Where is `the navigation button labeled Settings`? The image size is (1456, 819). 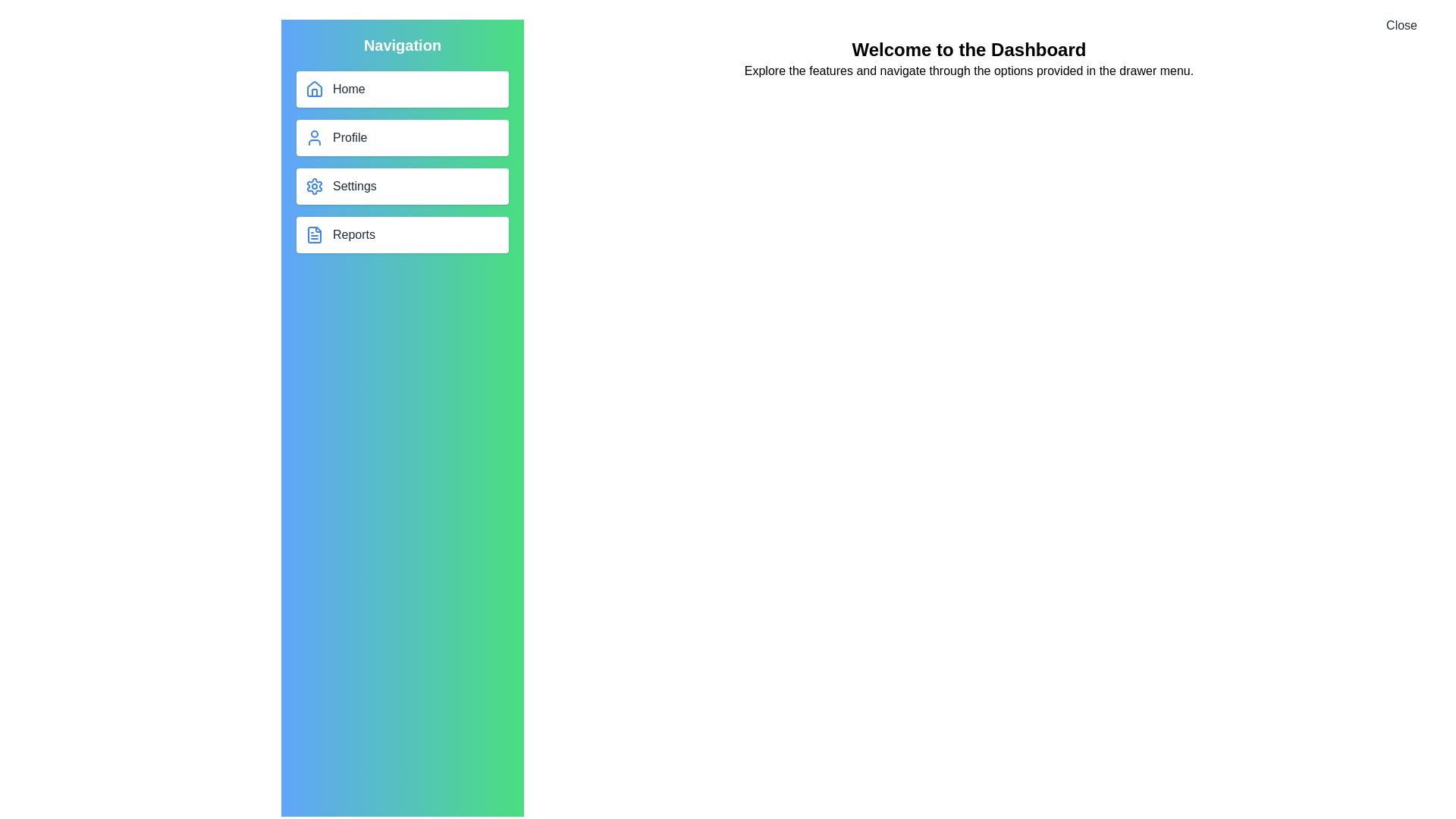 the navigation button labeled Settings is located at coordinates (403, 186).